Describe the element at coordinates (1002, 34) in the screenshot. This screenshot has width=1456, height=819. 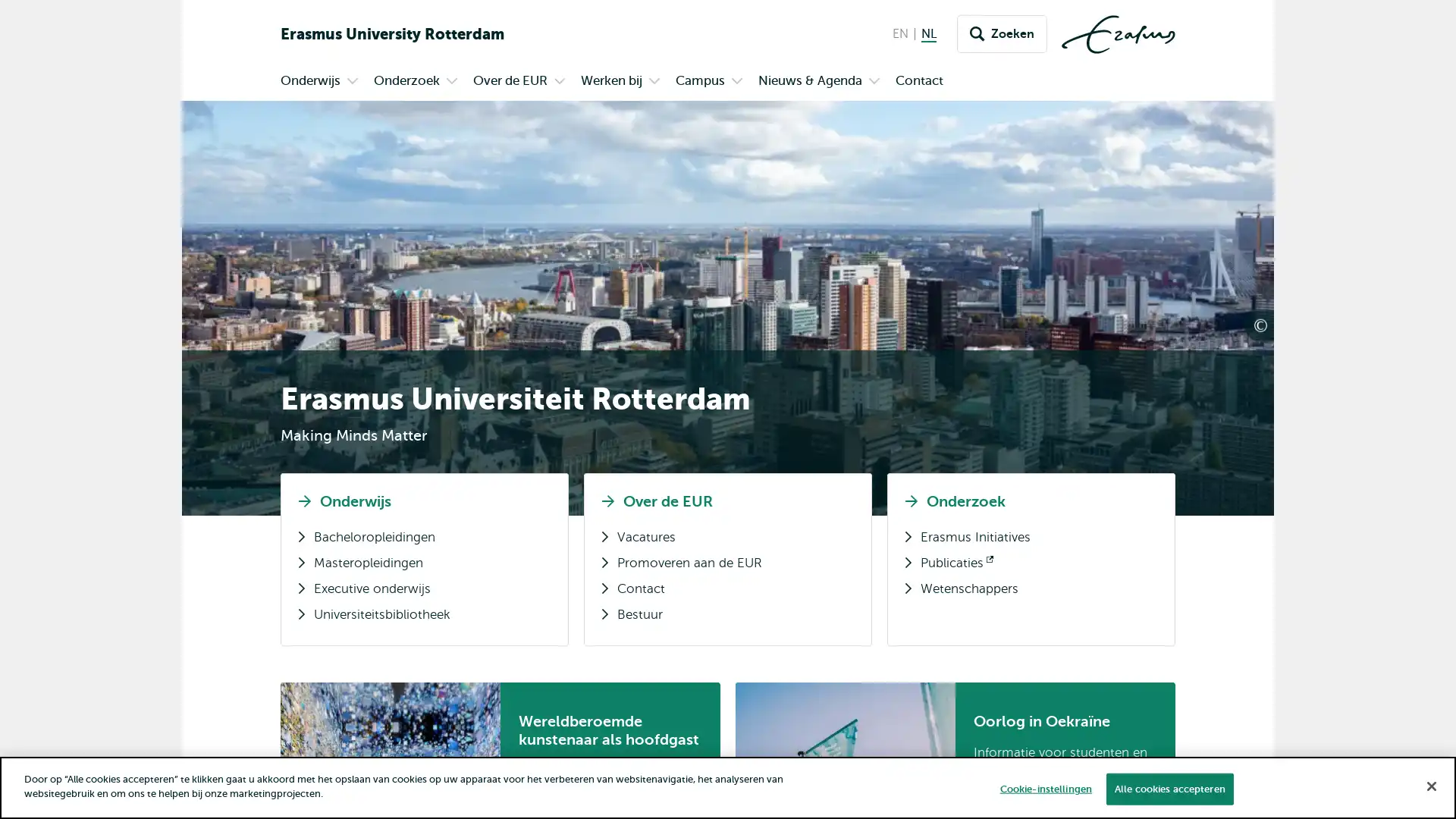
I see `Zoeken` at that location.